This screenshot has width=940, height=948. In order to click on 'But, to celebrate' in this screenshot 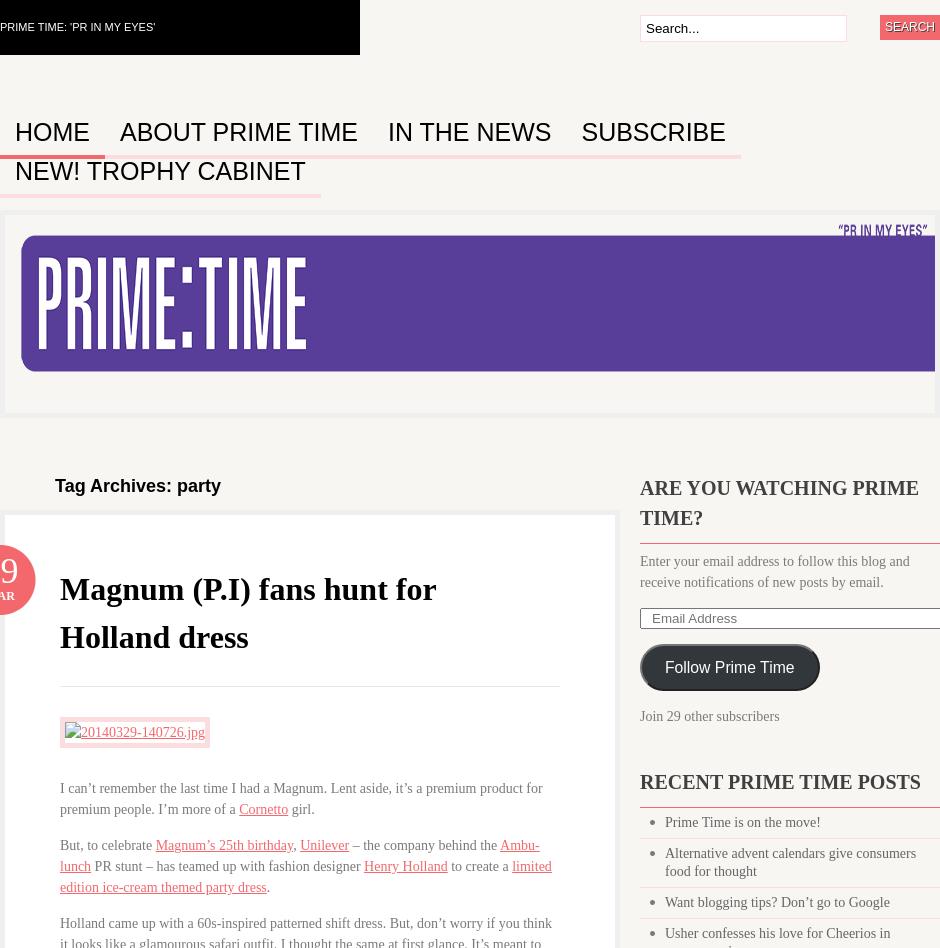, I will do `click(107, 844)`.